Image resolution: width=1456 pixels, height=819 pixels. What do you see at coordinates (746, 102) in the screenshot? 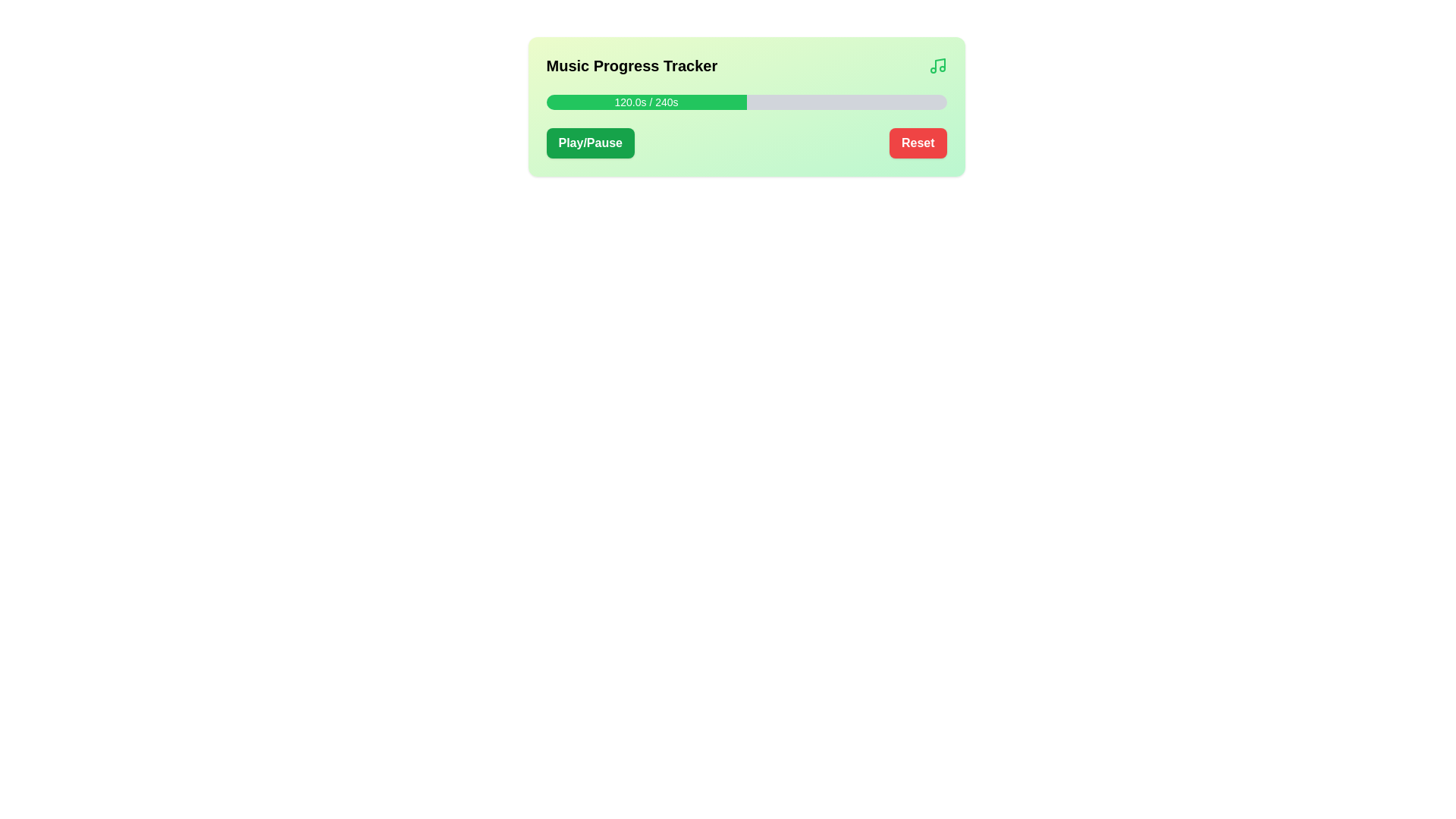
I see `the Progress Bar that indicates progress completion as a ratio of 120.0s out of 240s, positioned between the title 'Music Progress Tracker' and the buttons 'Play/Pause' and 'Reset'` at bounding box center [746, 102].